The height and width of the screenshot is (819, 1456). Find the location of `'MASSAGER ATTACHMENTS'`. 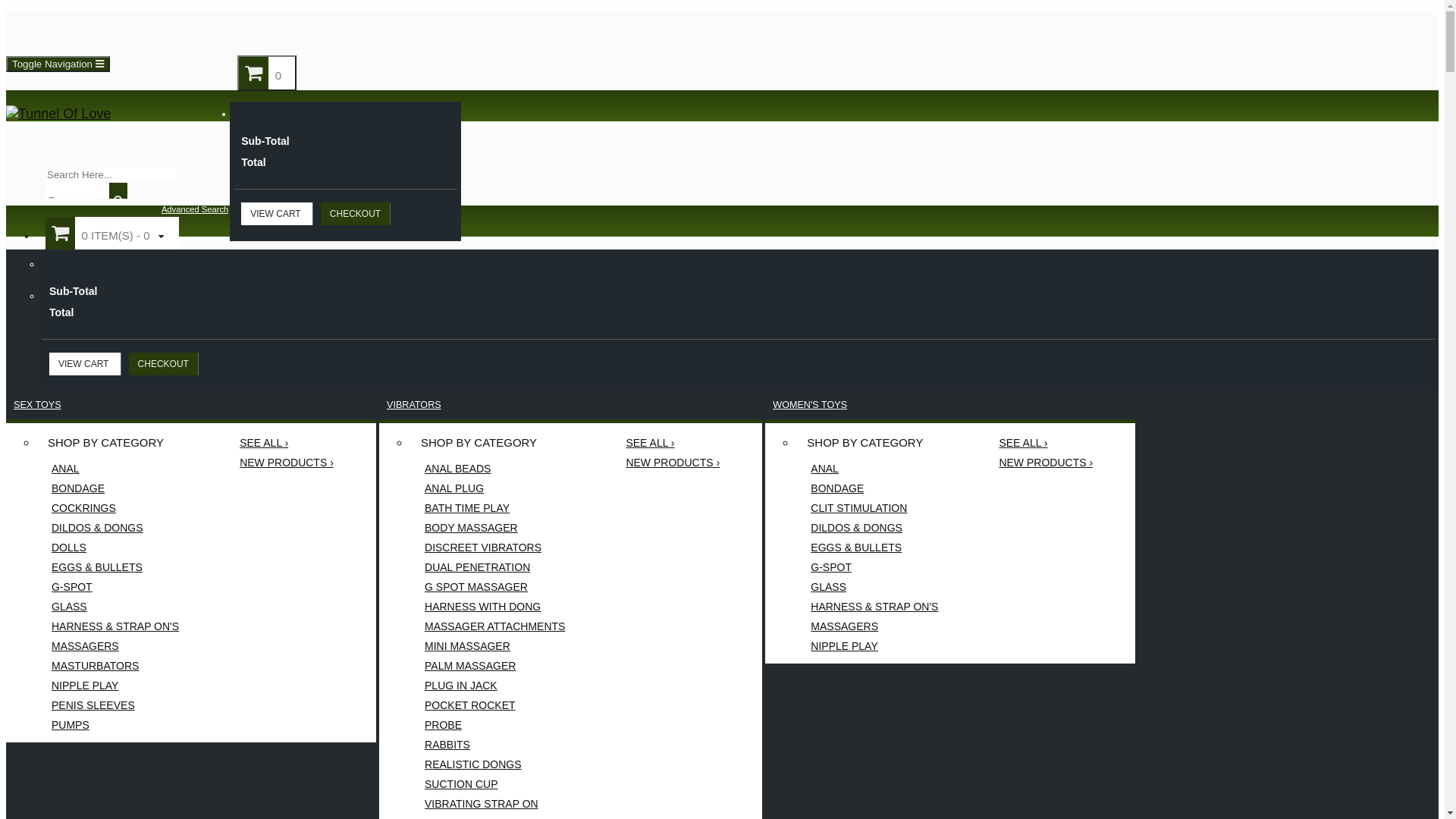

'MASSAGER ATTACHMENTS' is located at coordinates (494, 626).